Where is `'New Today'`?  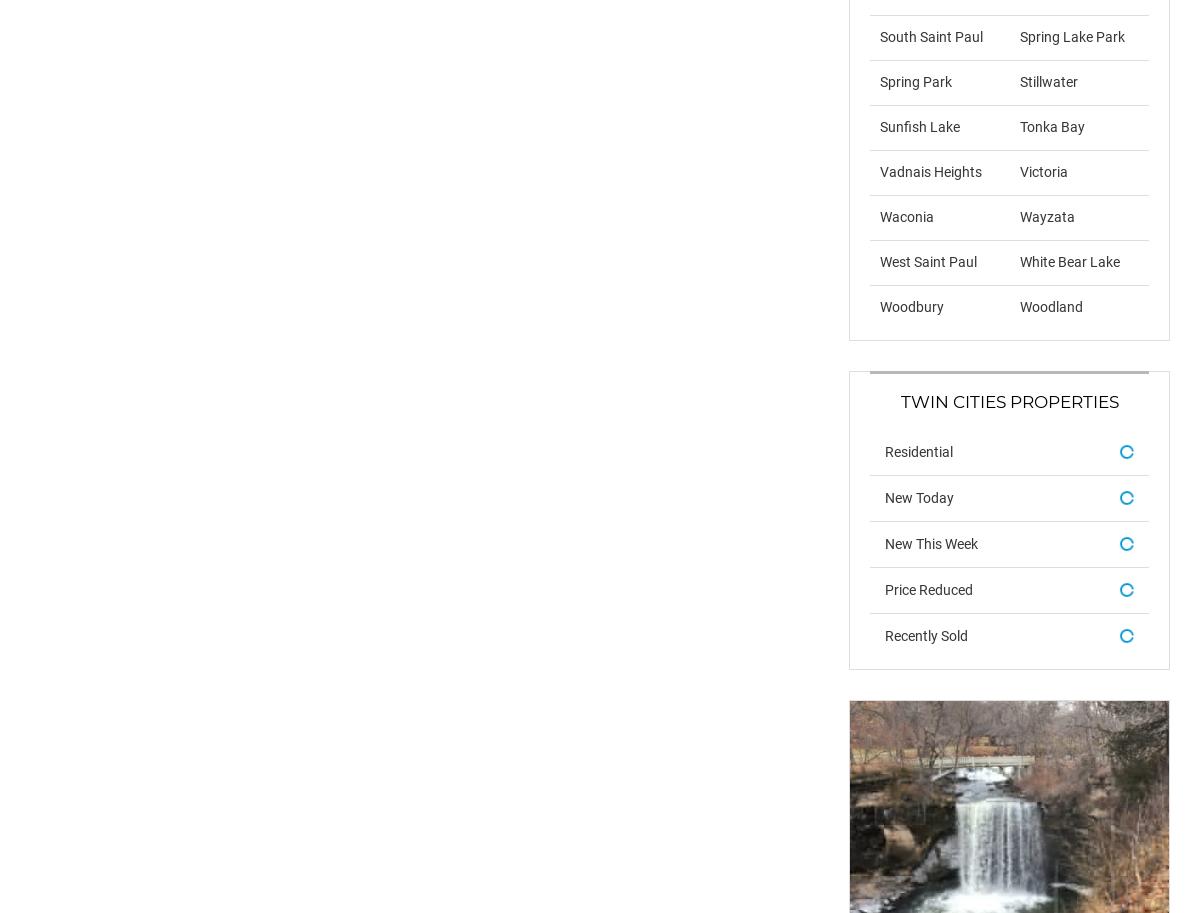
'New Today' is located at coordinates (884, 496).